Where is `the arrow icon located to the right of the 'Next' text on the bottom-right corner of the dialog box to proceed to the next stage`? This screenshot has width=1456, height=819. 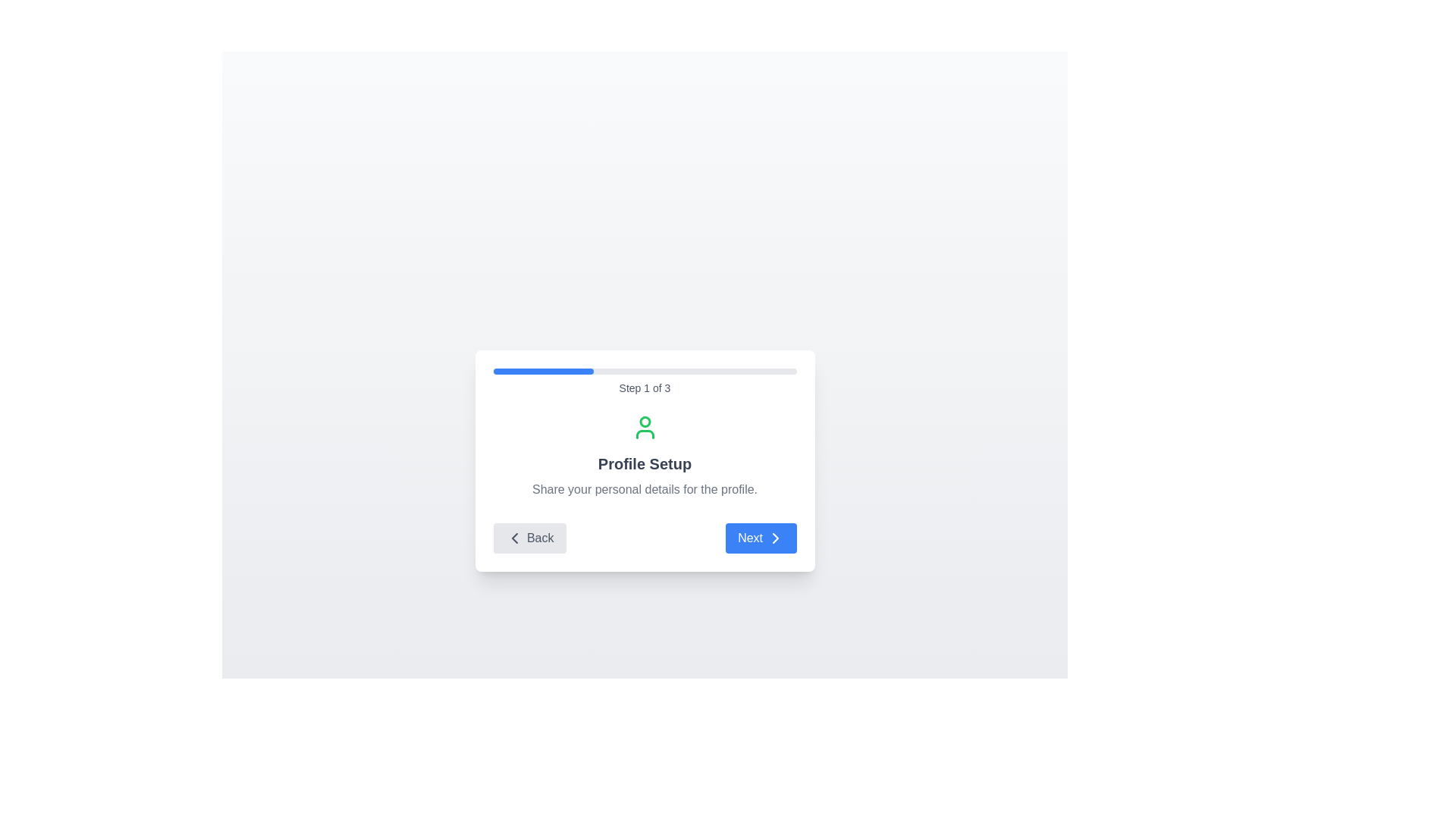
the arrow icon located to the right of the 'Next' text on the bottom-right corner of the dialog box to proceed to the next stage is located at coordinates (775, 538).